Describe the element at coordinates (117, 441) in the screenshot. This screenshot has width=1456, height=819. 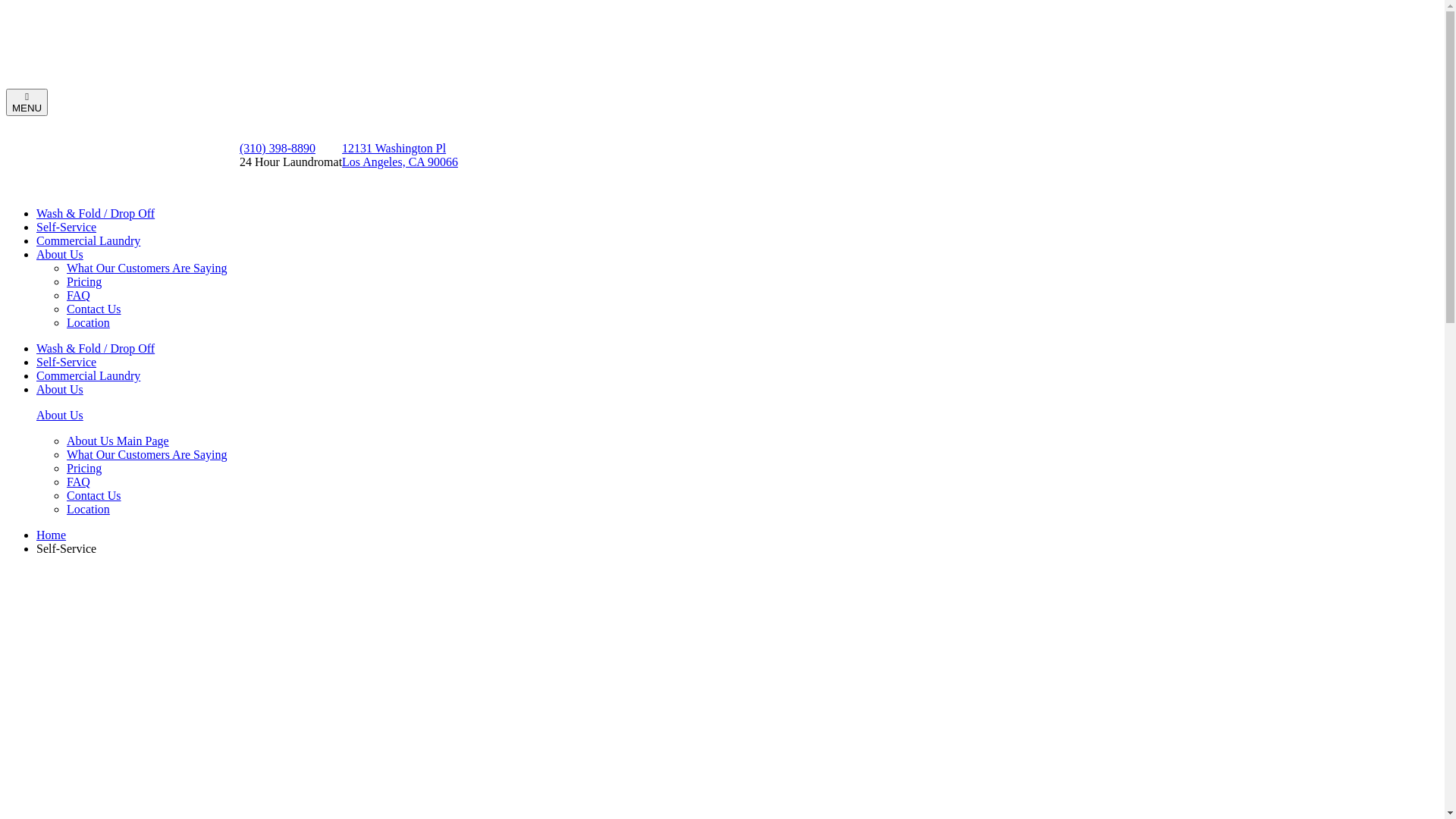
I see `'About Us Main Page'` at that location.